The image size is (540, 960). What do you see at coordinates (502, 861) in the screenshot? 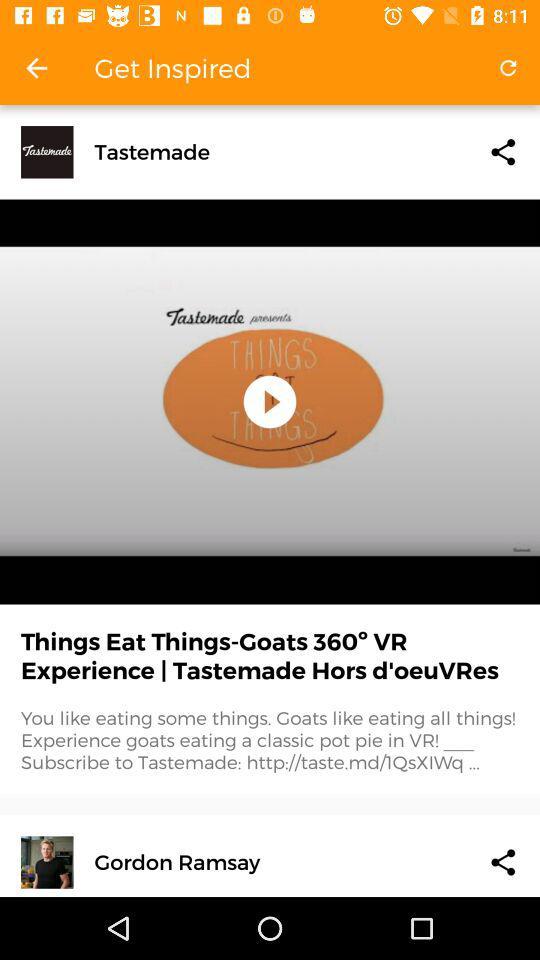
I see `share the video` at bounding box center [502, 861].